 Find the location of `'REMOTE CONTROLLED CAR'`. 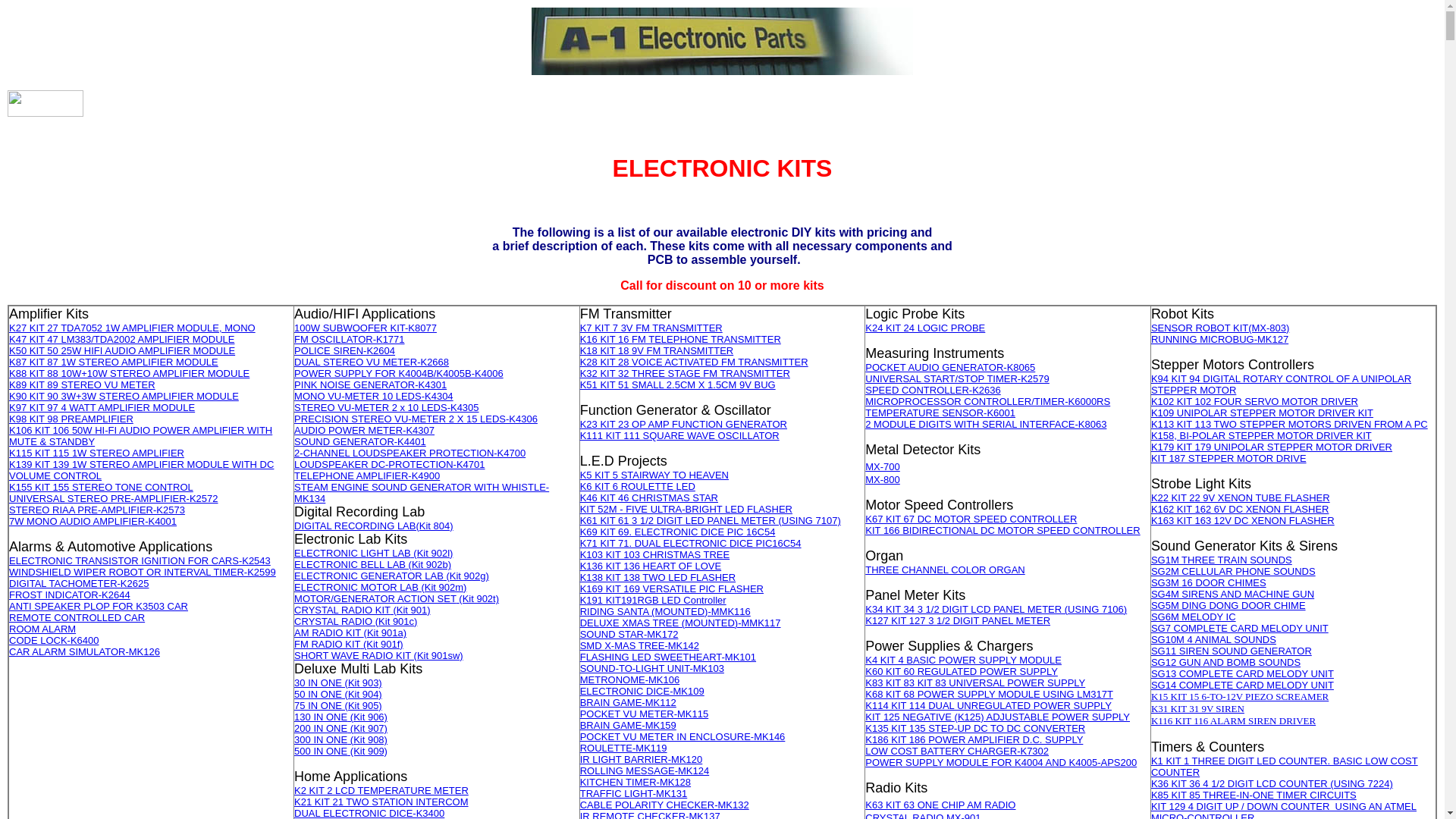

'REMOTE CONTROLLED CAR' is located at coordinates (76, 617).